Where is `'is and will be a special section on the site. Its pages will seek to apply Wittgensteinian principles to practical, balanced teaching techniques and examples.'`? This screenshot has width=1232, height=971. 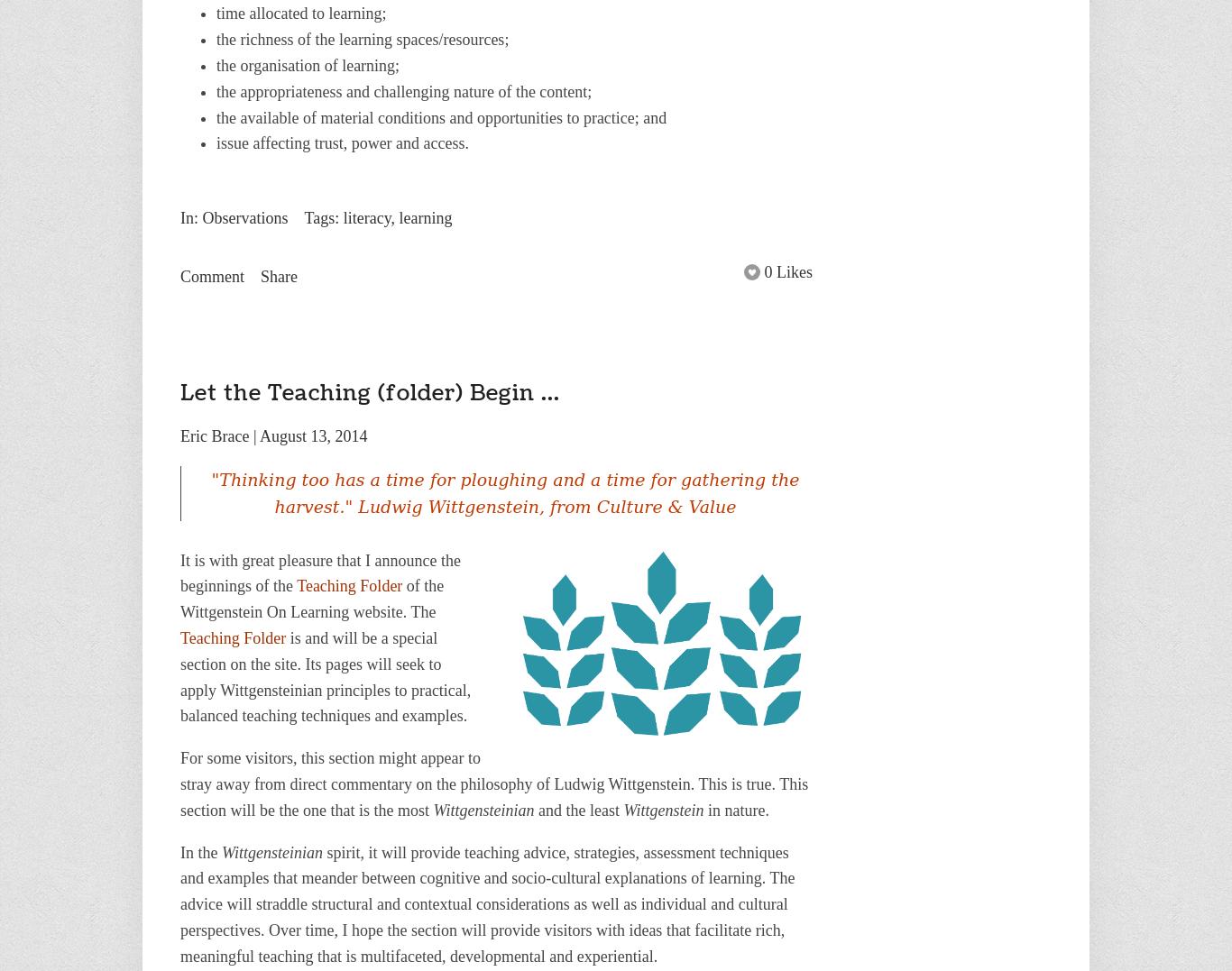
'is and will be a special section on the site. Its pages will seek to apply Wittgensteinian principles to practical, balanced teaching techniques and examples.' is located at coordinates (325, 675).